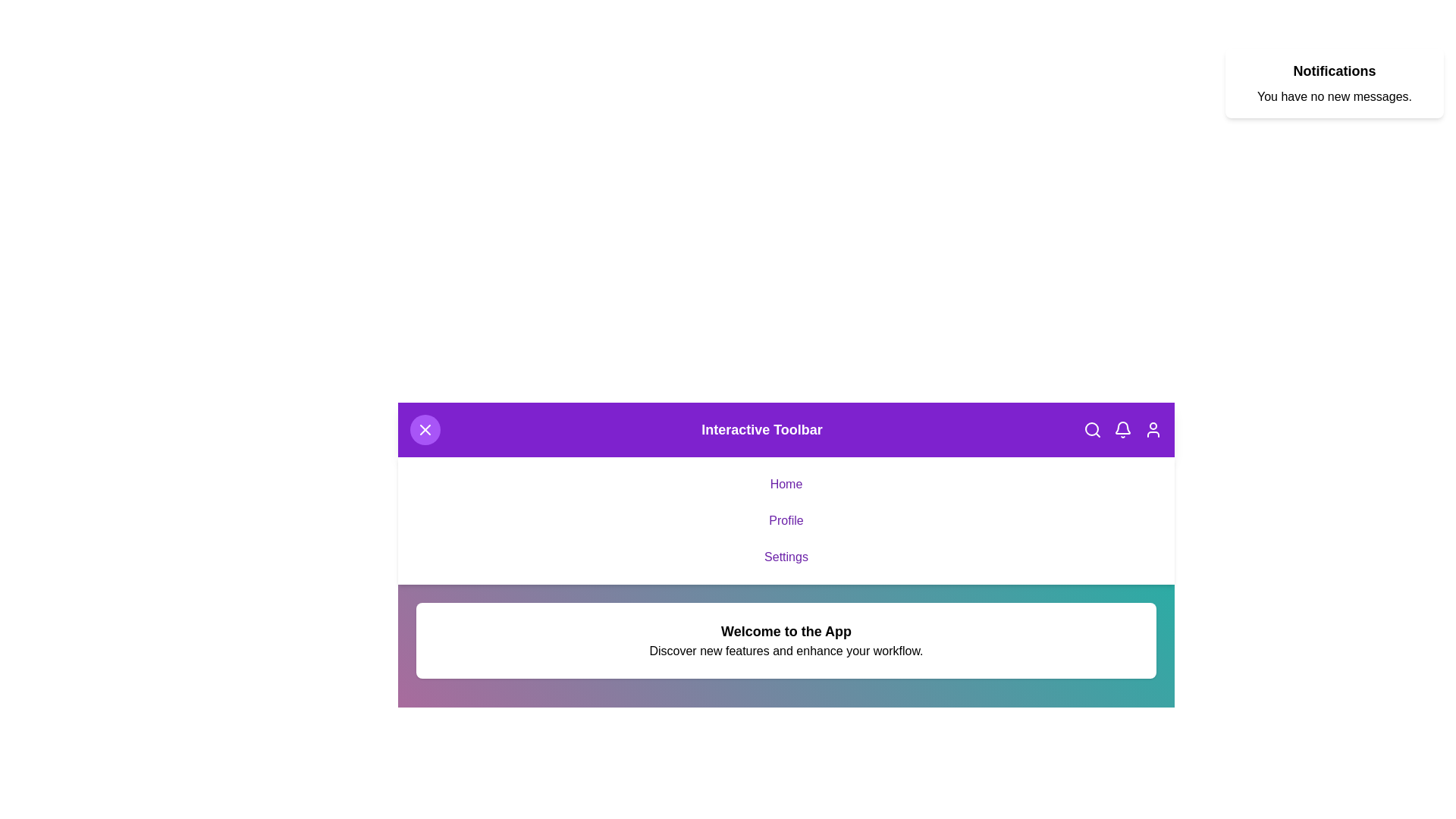 The width and height of the screenshot is (1456, 819). What do you see at coordinates (425, 430) in the screenshot?
I see `the menu button to toggle the menu visibility` at bounding box center [425, 430].